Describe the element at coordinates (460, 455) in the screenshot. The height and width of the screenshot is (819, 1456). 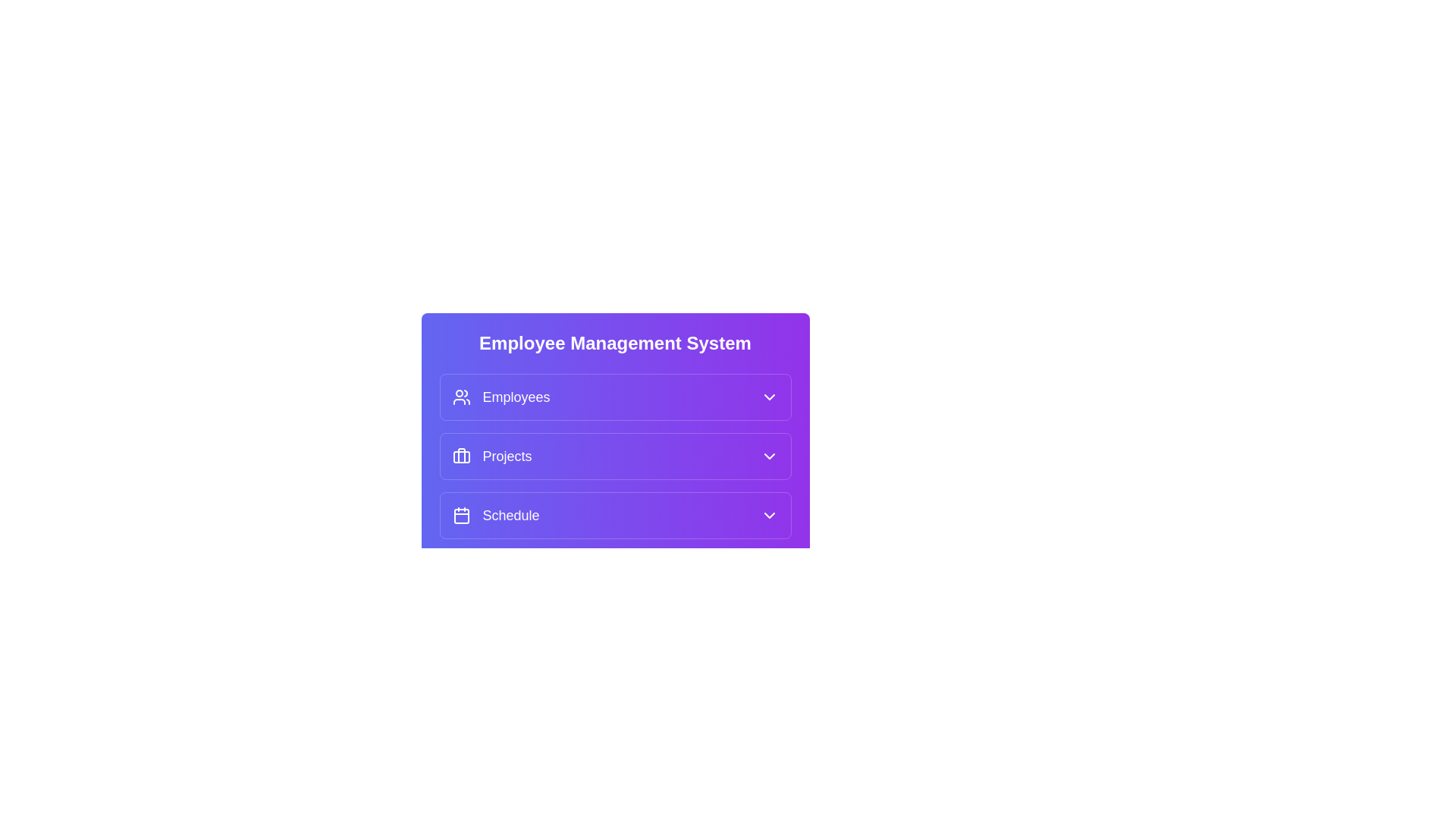
I see `the 'Projects' icon, which serves as a visual indicator for the 'Projects' section, located to the left of the text label 'Projects.'` at that location.